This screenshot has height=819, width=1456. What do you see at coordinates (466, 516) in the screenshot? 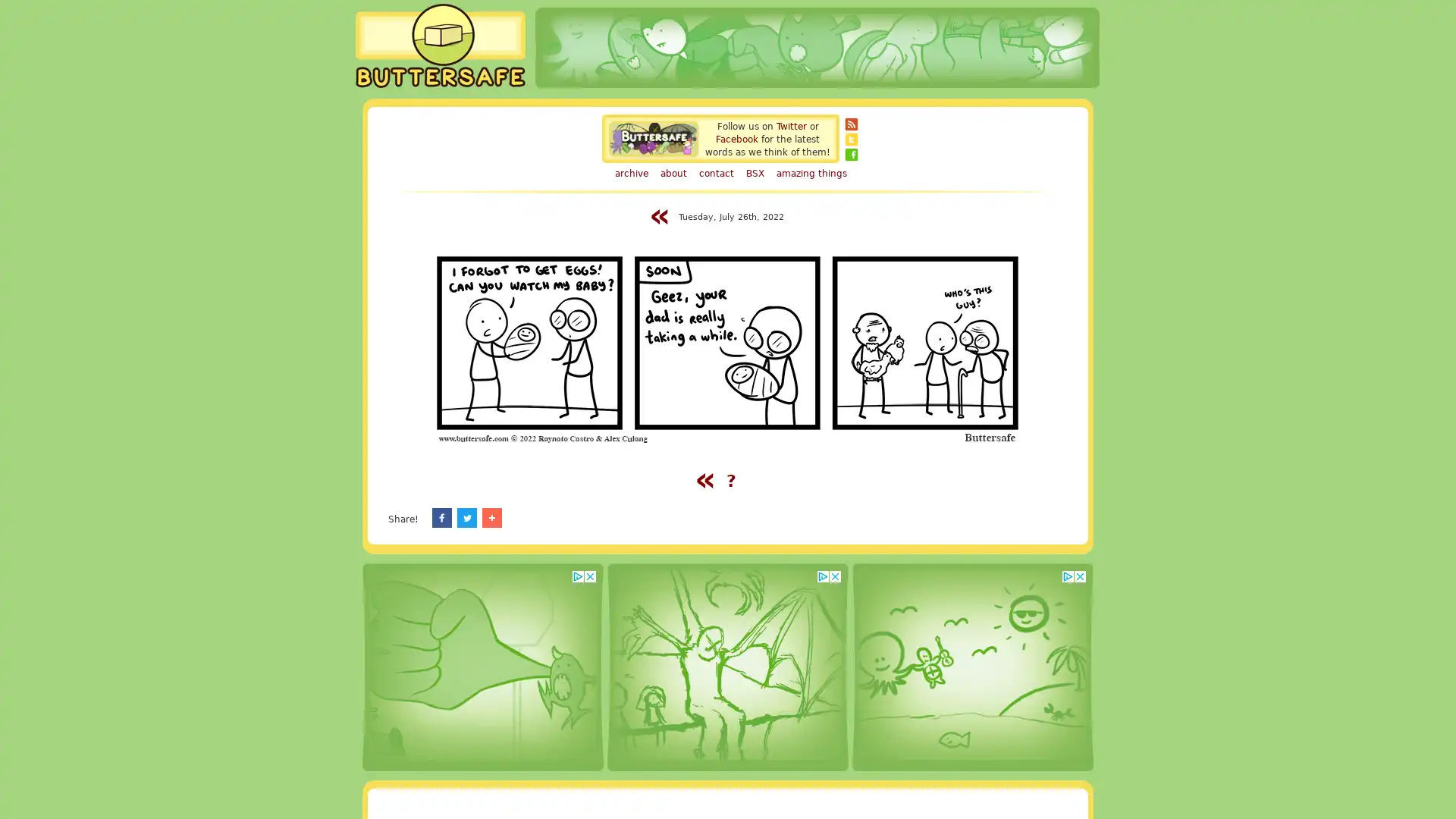
I see `Share to Facebook Facebook` at bounding box center [466, 516].